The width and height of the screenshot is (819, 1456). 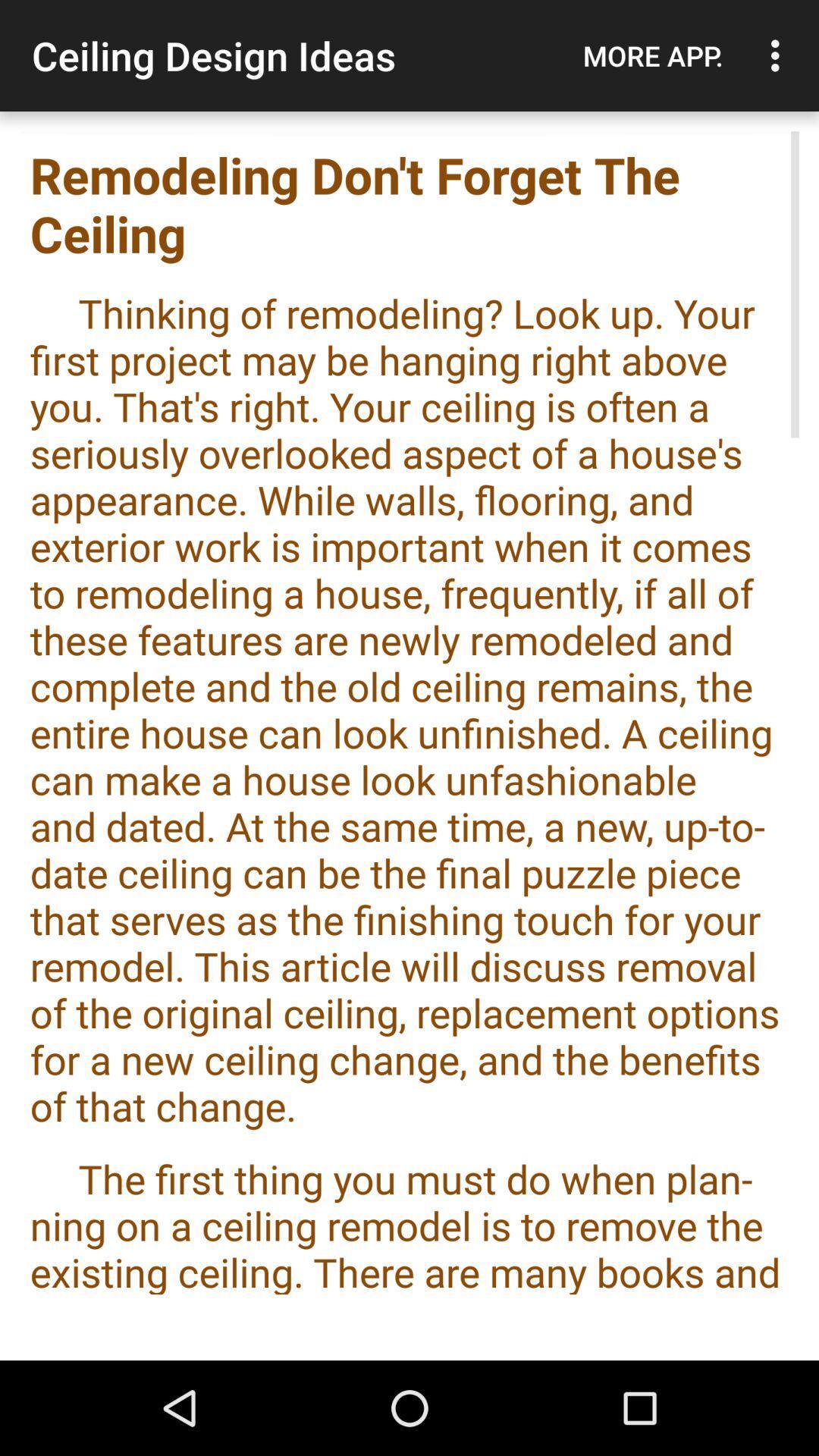 What do you see at coordinates (779, 55) in the screenshot?
I see `app above remodeling don t item` at bounding box center [779, 55].